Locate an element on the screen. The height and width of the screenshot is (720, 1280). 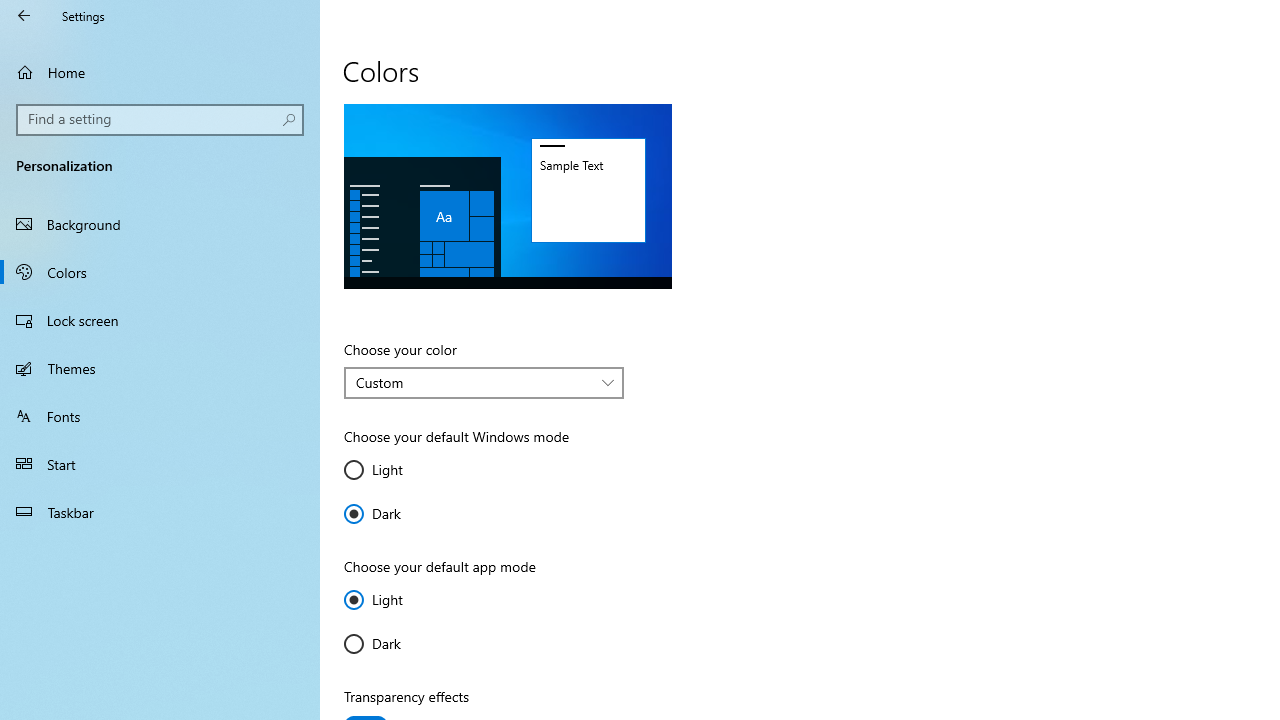
'Lock screen' is located at coordinates (160, 319).